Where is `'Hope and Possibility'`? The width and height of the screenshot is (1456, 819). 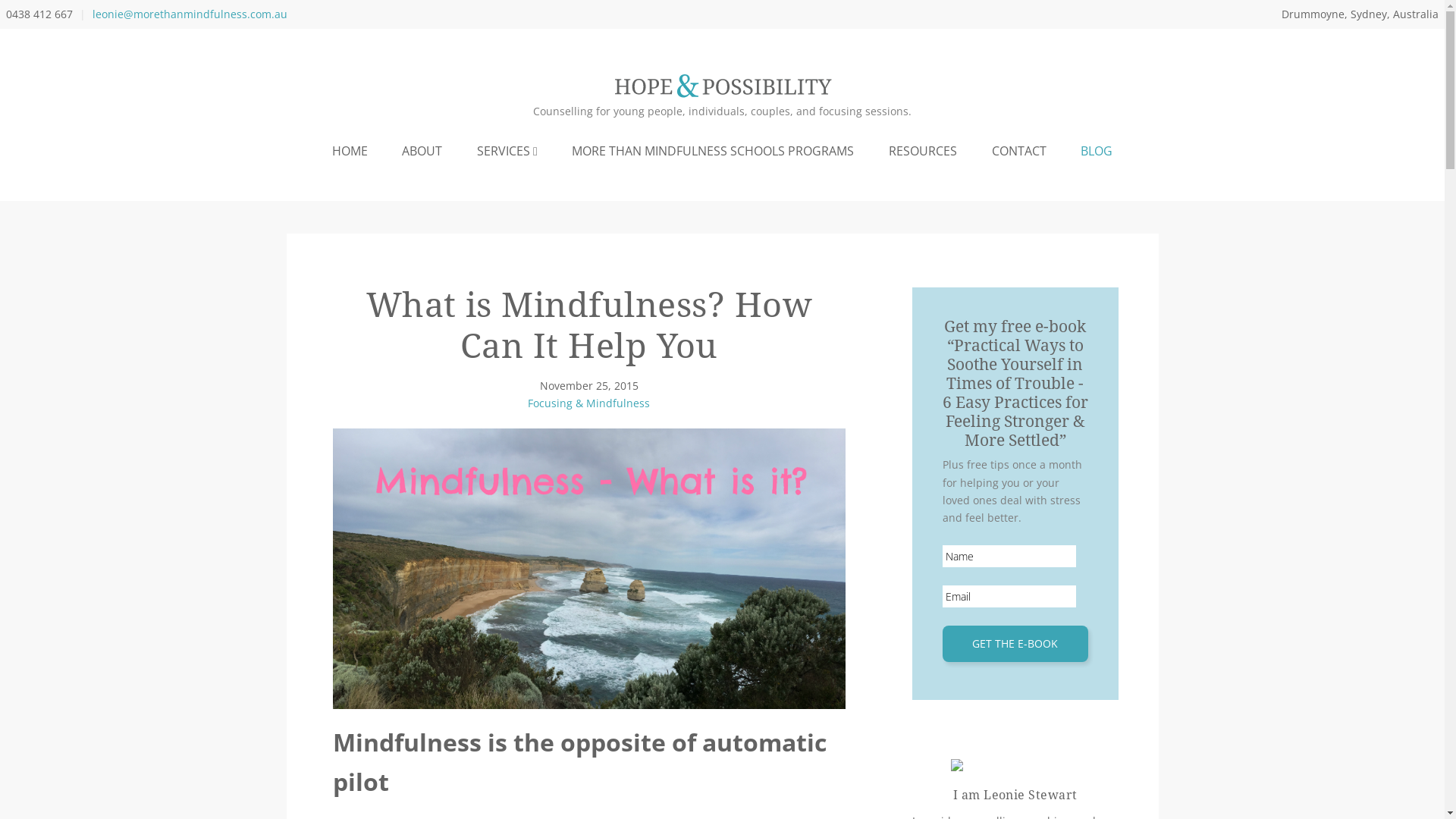
'Hope and Possibility' is located at coordinates (720, 93).